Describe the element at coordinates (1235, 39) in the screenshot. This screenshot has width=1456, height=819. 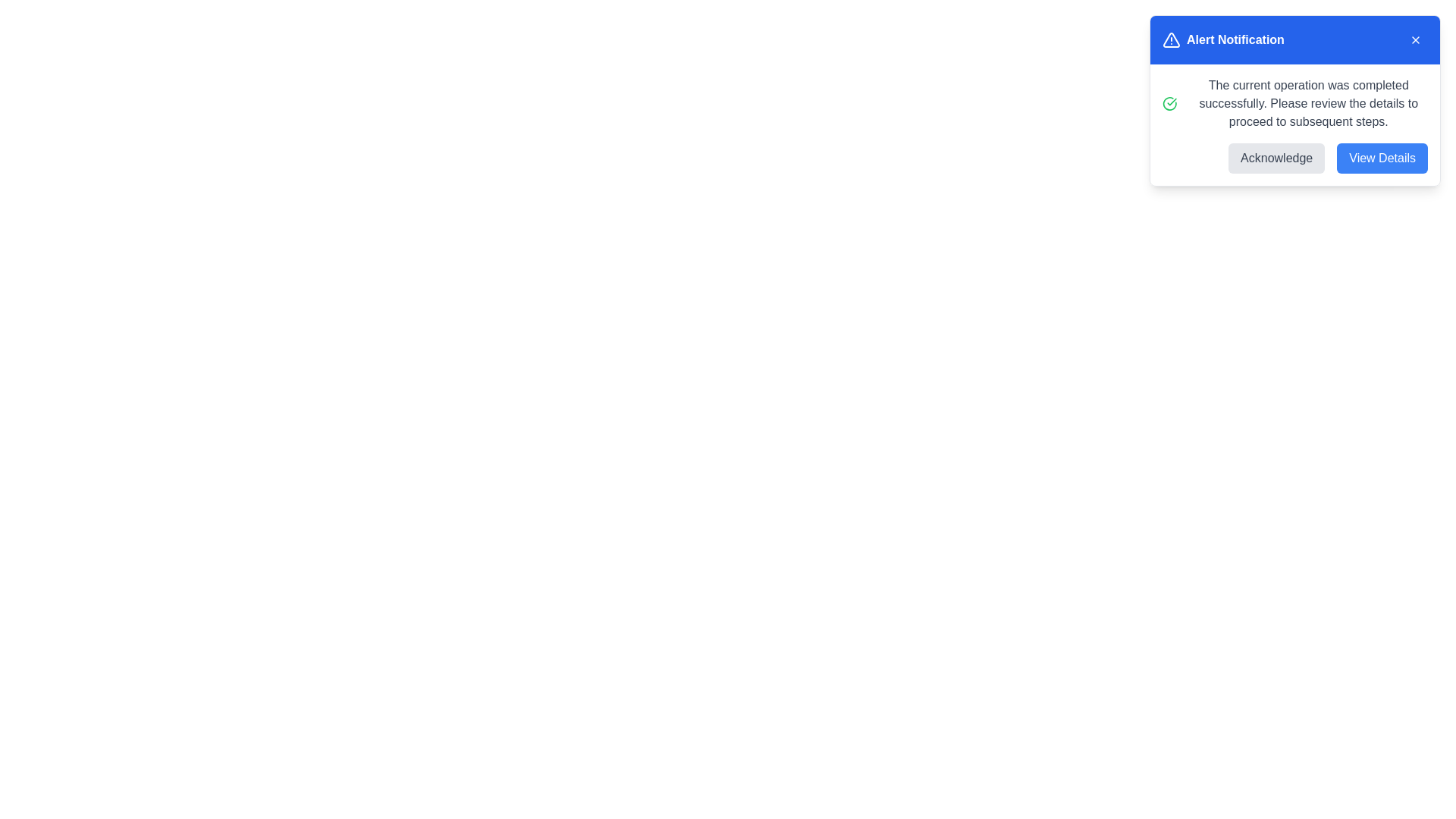
I see `the 'Alert Notification' static text, which is displayed in bold white font on a blue background, located at the upper center of the modal dialog box` at that location.